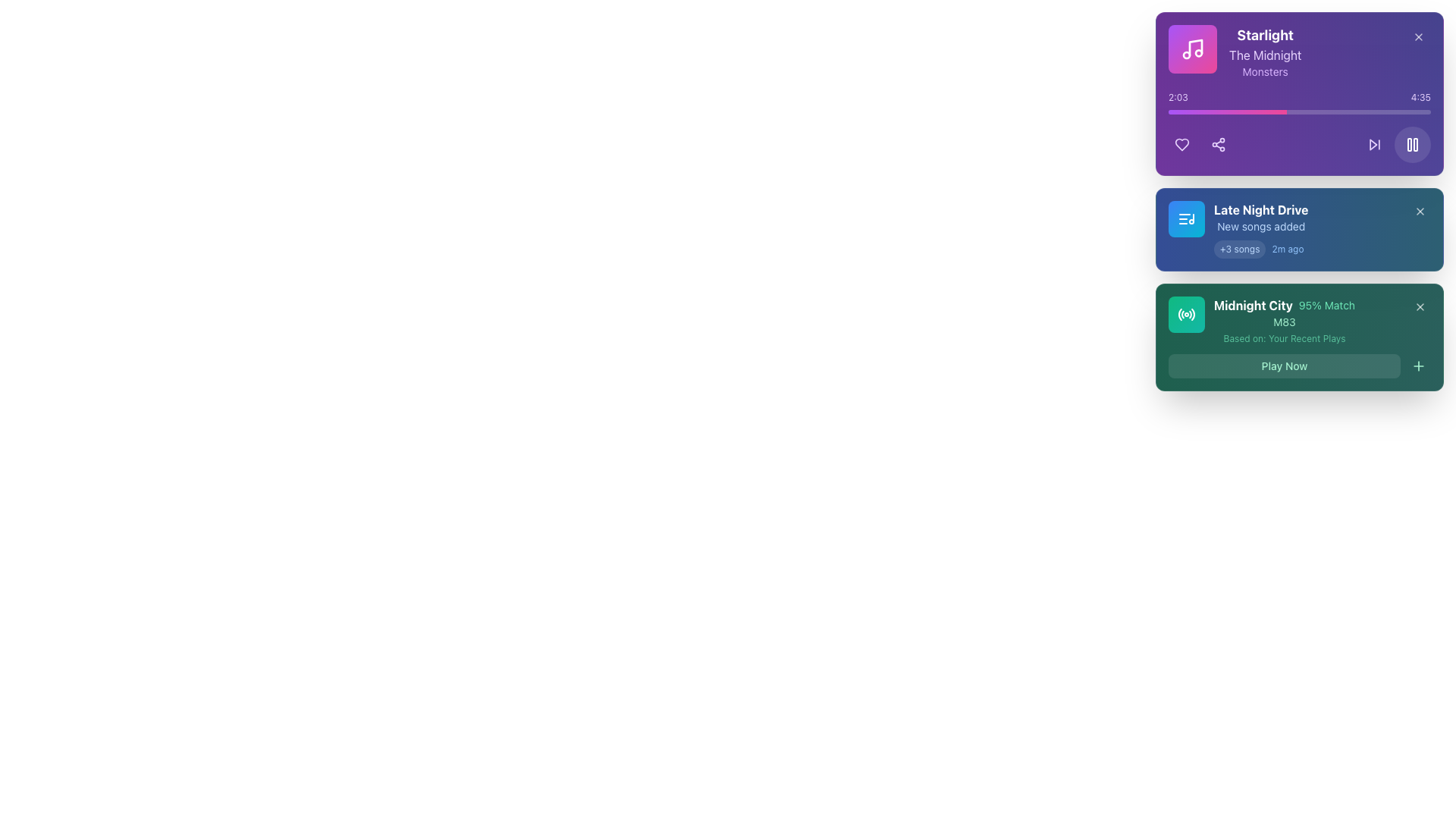 The image size is (1456, 819). Describe the element at coordinates (1235, 52) in the screenshot. I see `the song details displayed` at that location.